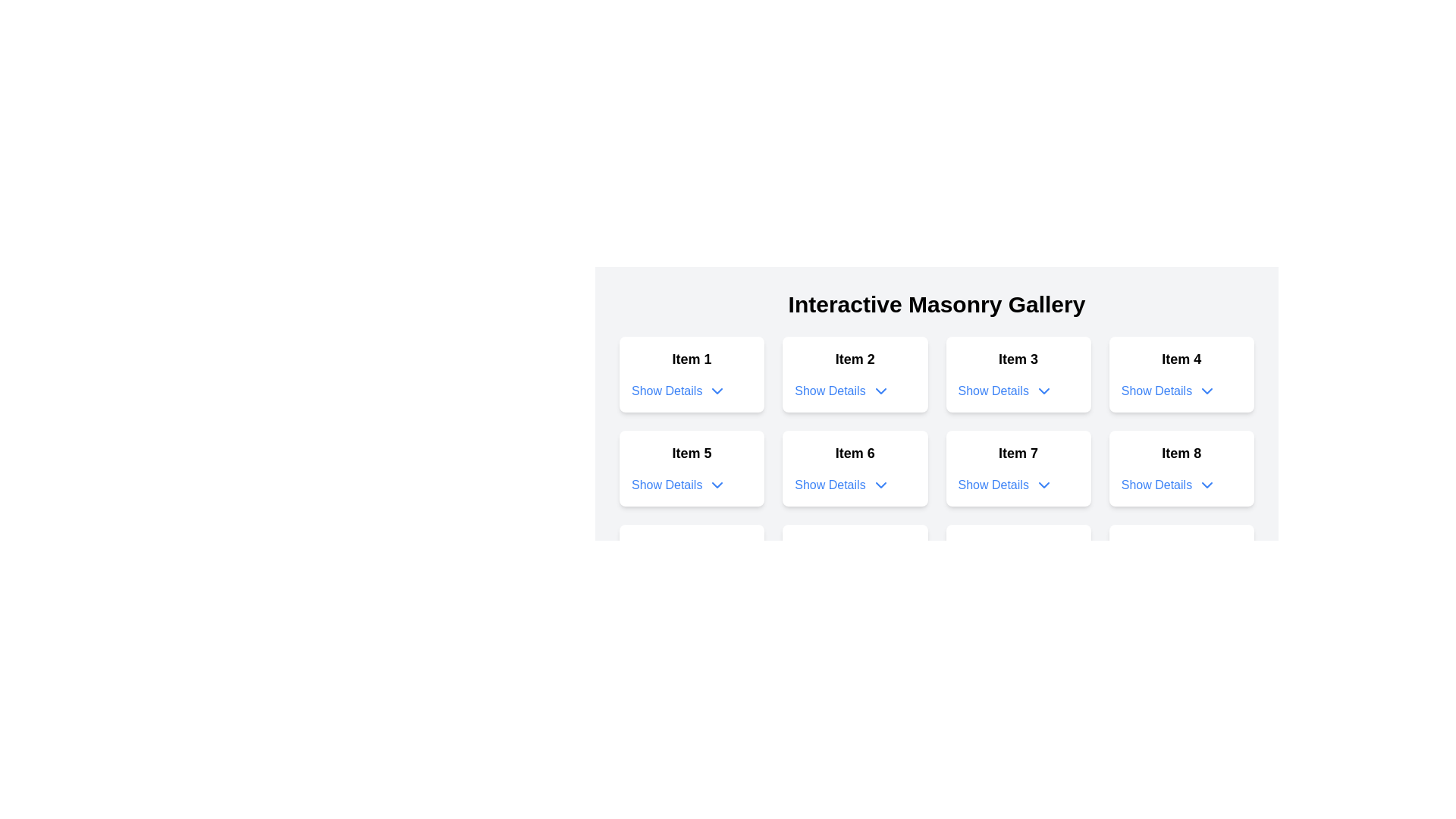 This screenshot has width=1456, height=819. Describe the element at coordinates (1018, 359) in the screenshot. I see `the label identifying 'Item 3' in the grid, which is centrally positioned in the third column of the first row` at that location.